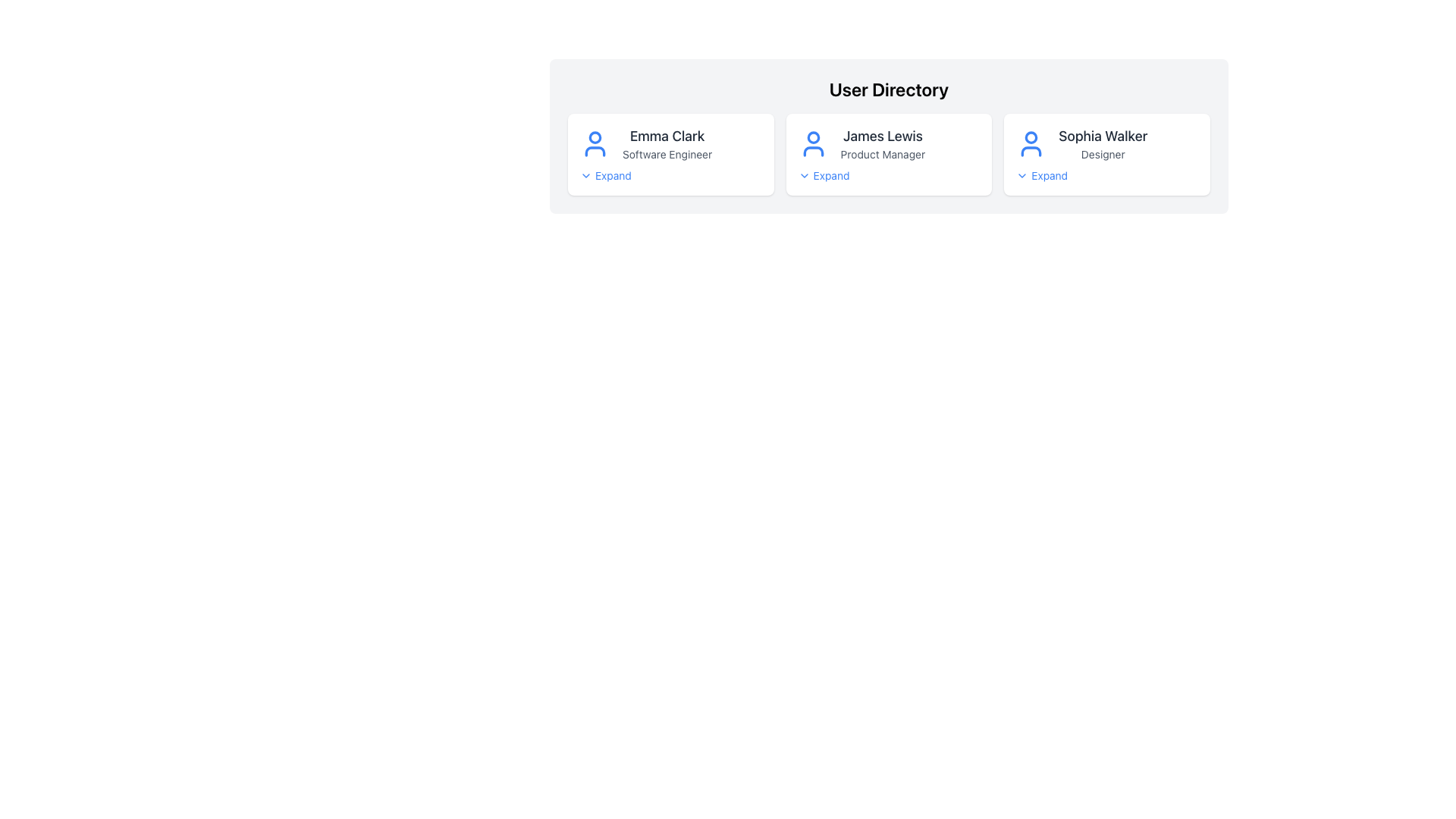 The image size is (1456, 819). I want to click on the user profile icon representing 'James Lewis', which is styled as an outlined person figure in blue, located within the user information card to the left of the text block, so click(812, 143).